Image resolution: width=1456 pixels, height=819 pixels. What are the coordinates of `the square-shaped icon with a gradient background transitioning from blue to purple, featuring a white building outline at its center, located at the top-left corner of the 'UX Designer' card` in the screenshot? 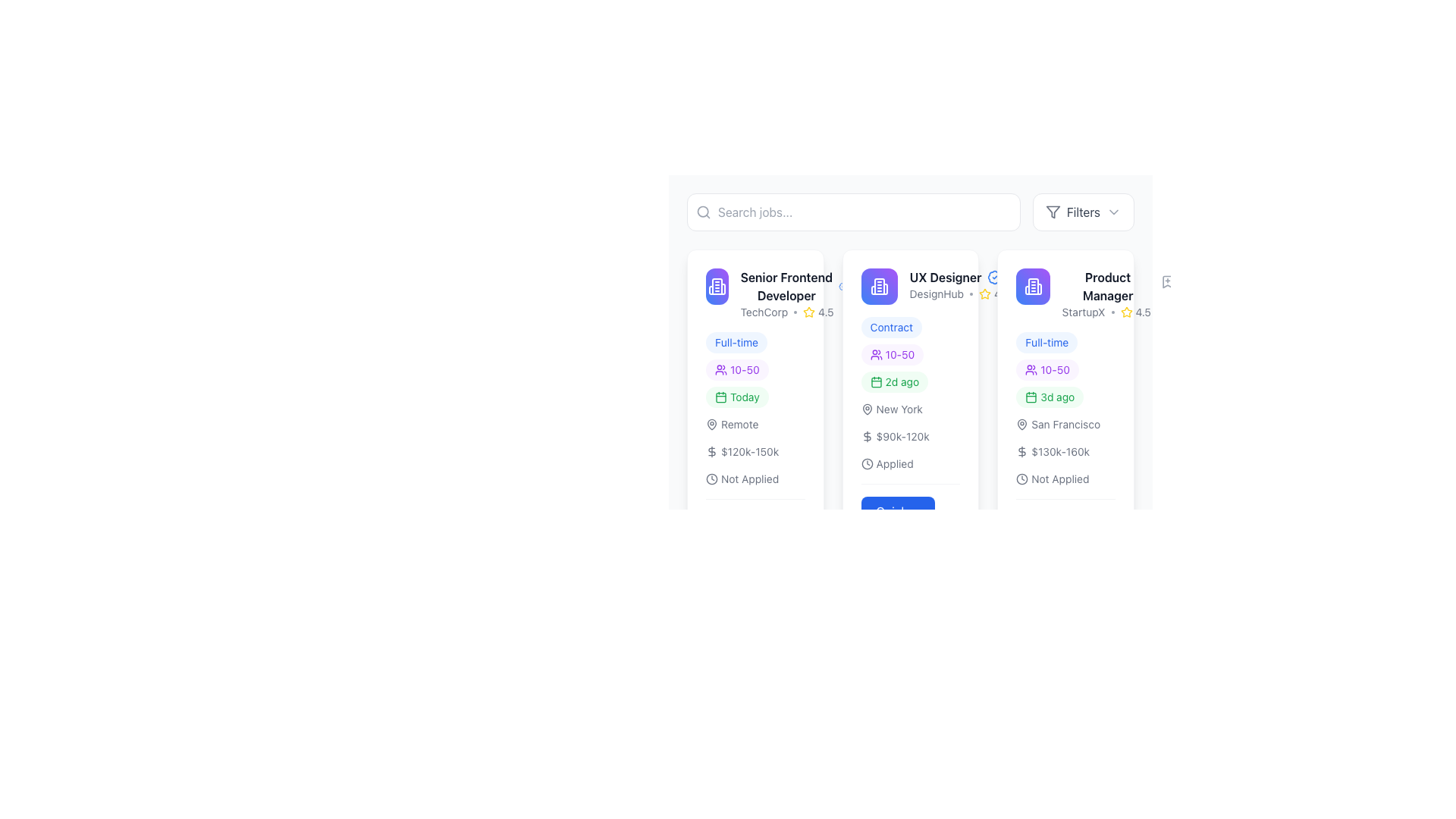 It's located at (879, 287).